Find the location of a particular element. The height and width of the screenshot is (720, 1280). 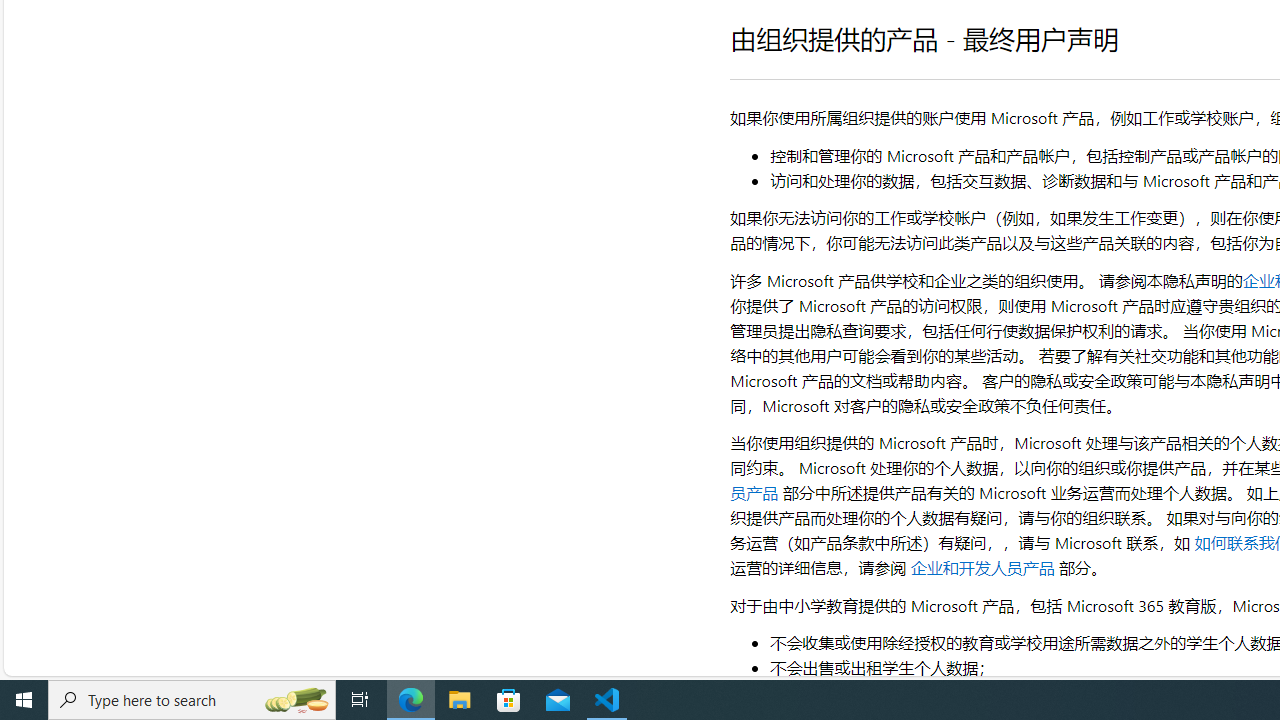

'Search highlights icon opens search home window' is located at coordinates (294, 698).